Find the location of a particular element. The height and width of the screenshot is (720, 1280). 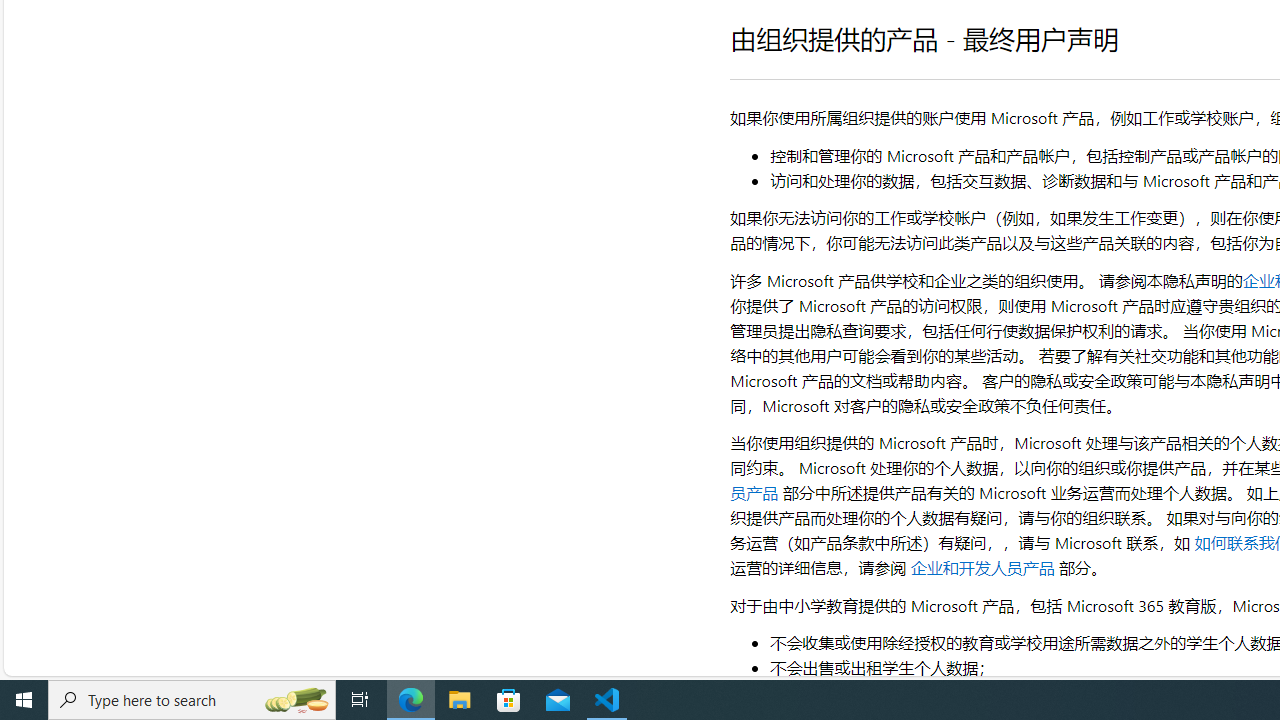

'Search highlights icon opens search home window' is located at coordinates (294, 698).